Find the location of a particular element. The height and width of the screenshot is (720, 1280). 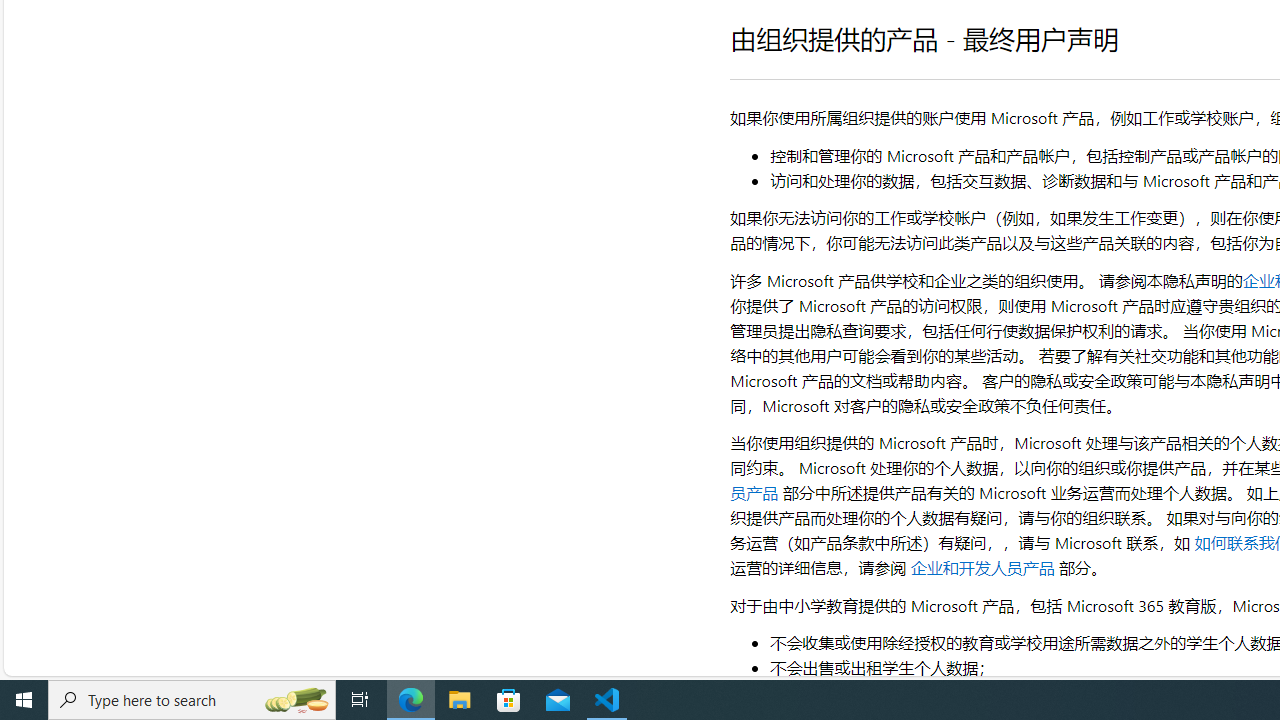

'Search highlights icon opens search home window' is located at coordinates (294, 698).